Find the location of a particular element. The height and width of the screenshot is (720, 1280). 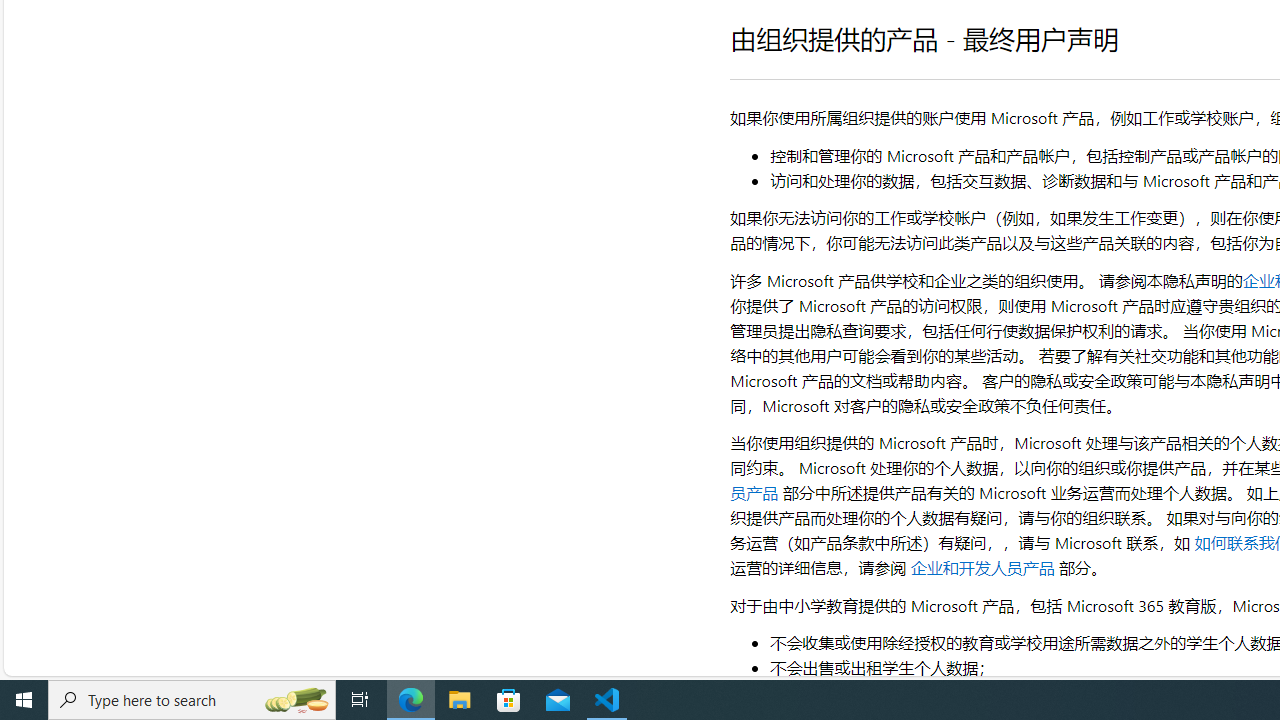

'Search highlights icon opens search home window' is located at coordinates (294, 698).